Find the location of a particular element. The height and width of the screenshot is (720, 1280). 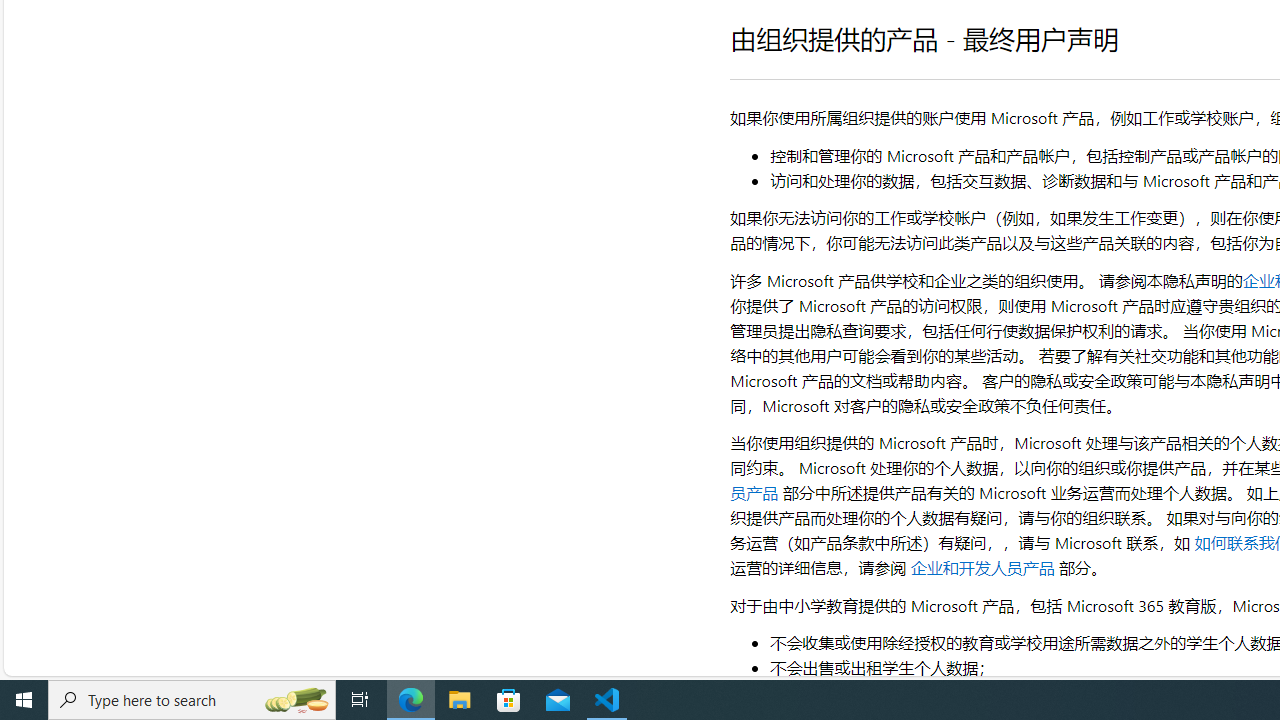

'Search highlights icon opens search home window' is located at coordinates (294, 698).